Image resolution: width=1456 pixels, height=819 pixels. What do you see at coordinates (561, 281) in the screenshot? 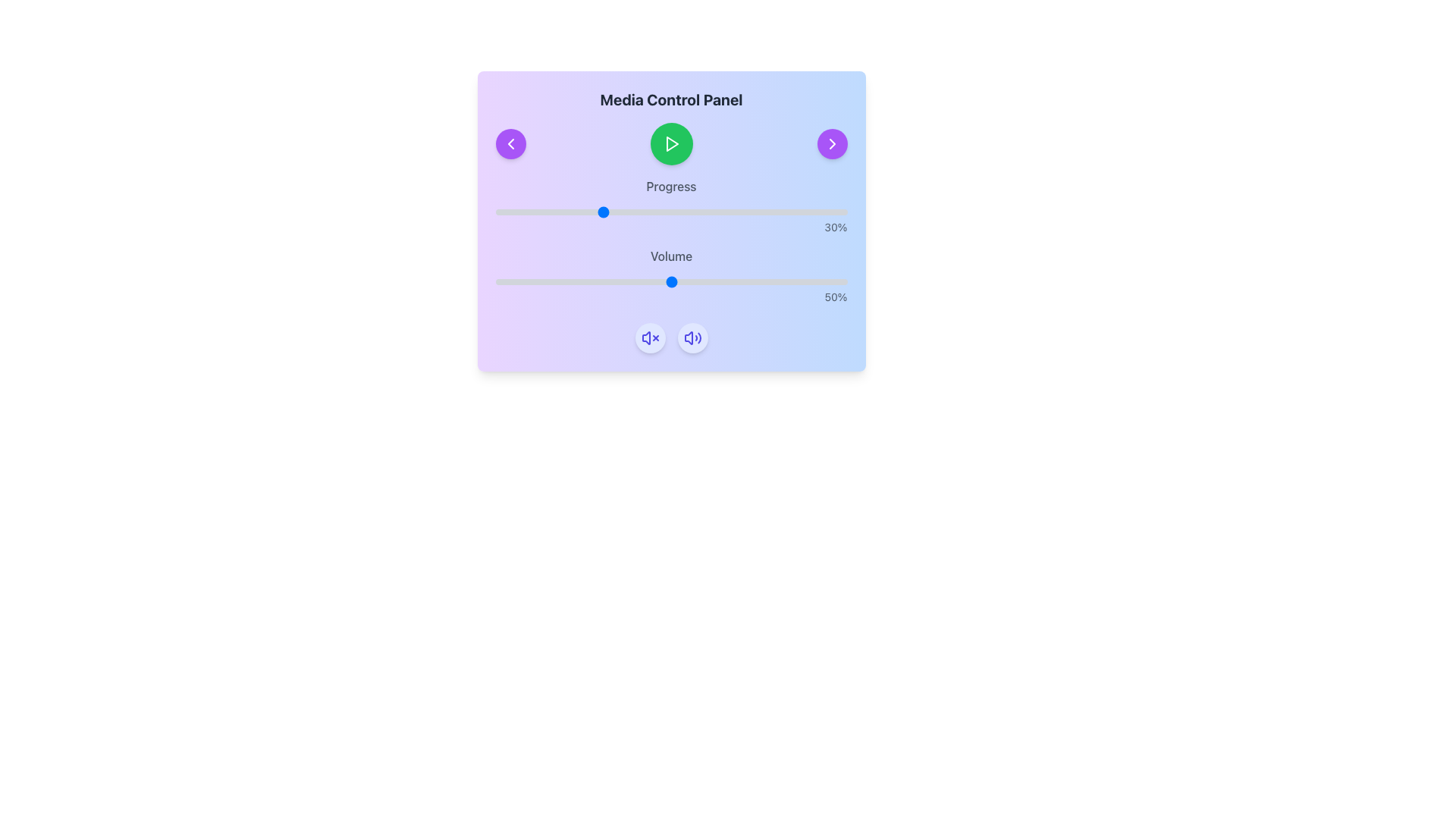
I see `the slider value` at bounding box center [561, 281].